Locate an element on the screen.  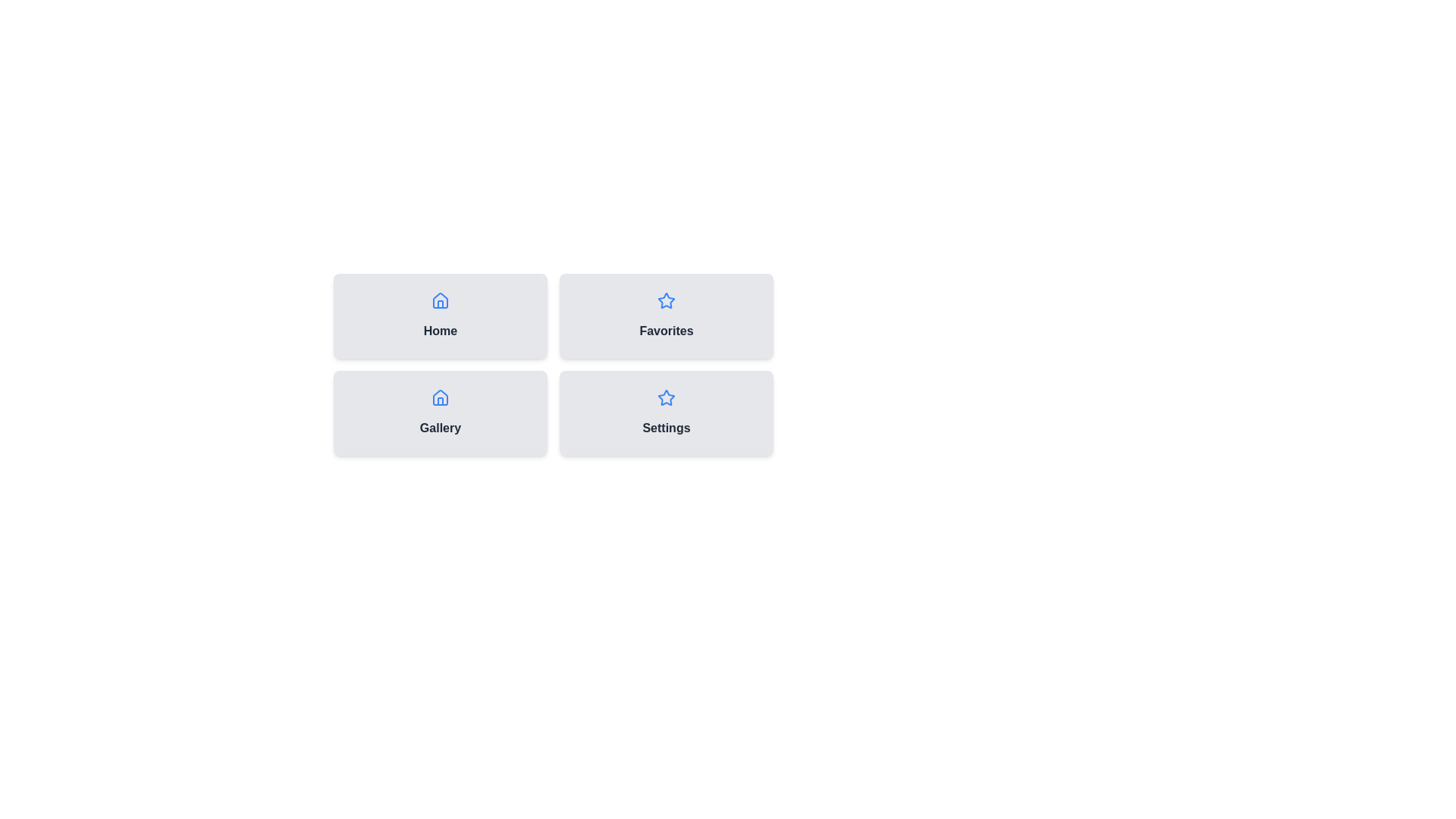
the blue house icon located at the top of the 'Home' card, which is positioned in the top-left corner of a 2x2 grid layout is located at coordinates (439, 301).